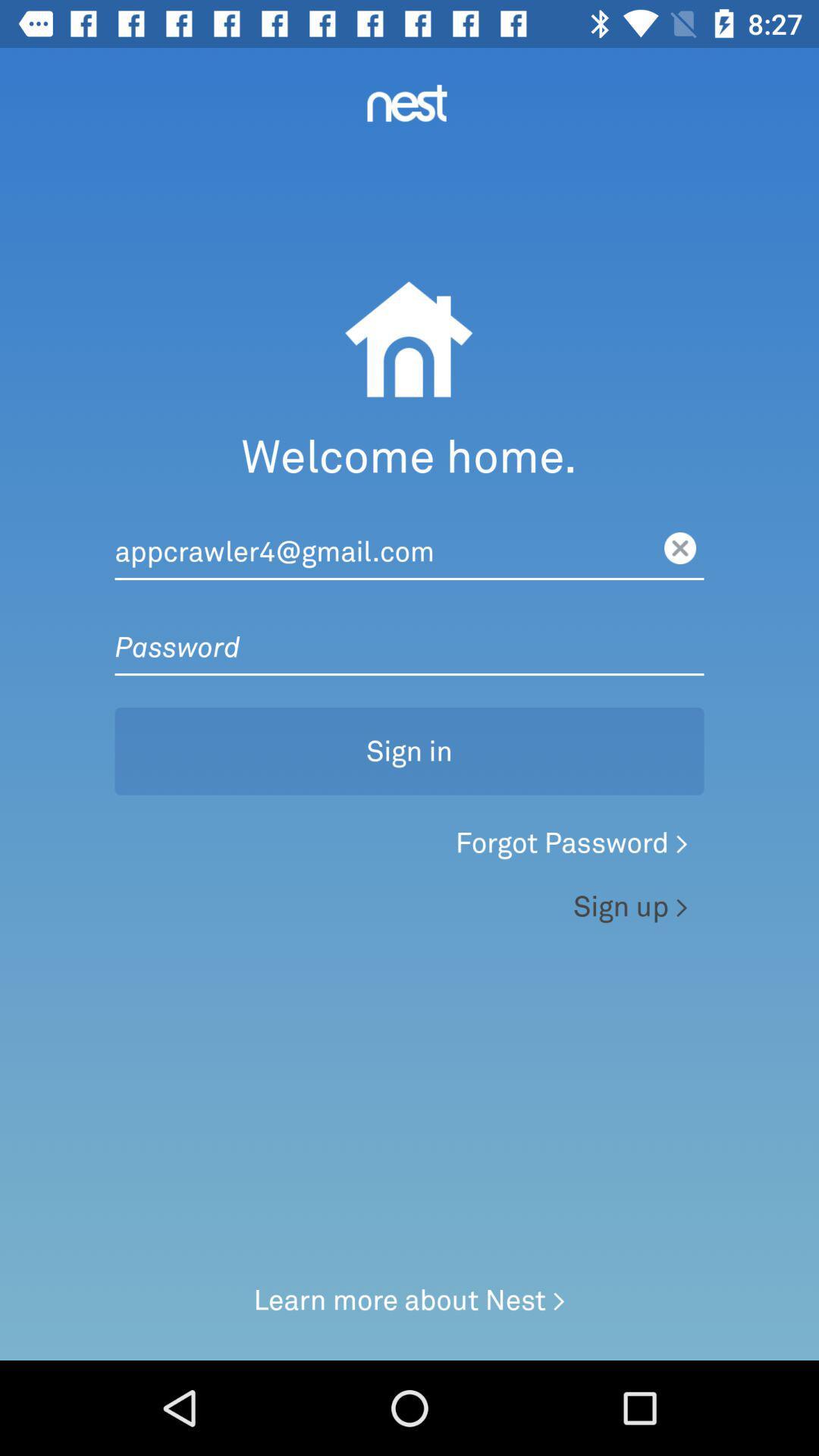 Image resolution: width=819 pixels, height=1456 pixels. What do you see at coordinates (409, 536) in the screenshot?
I see `the button below welcome home` at bounding box center [409, 536].